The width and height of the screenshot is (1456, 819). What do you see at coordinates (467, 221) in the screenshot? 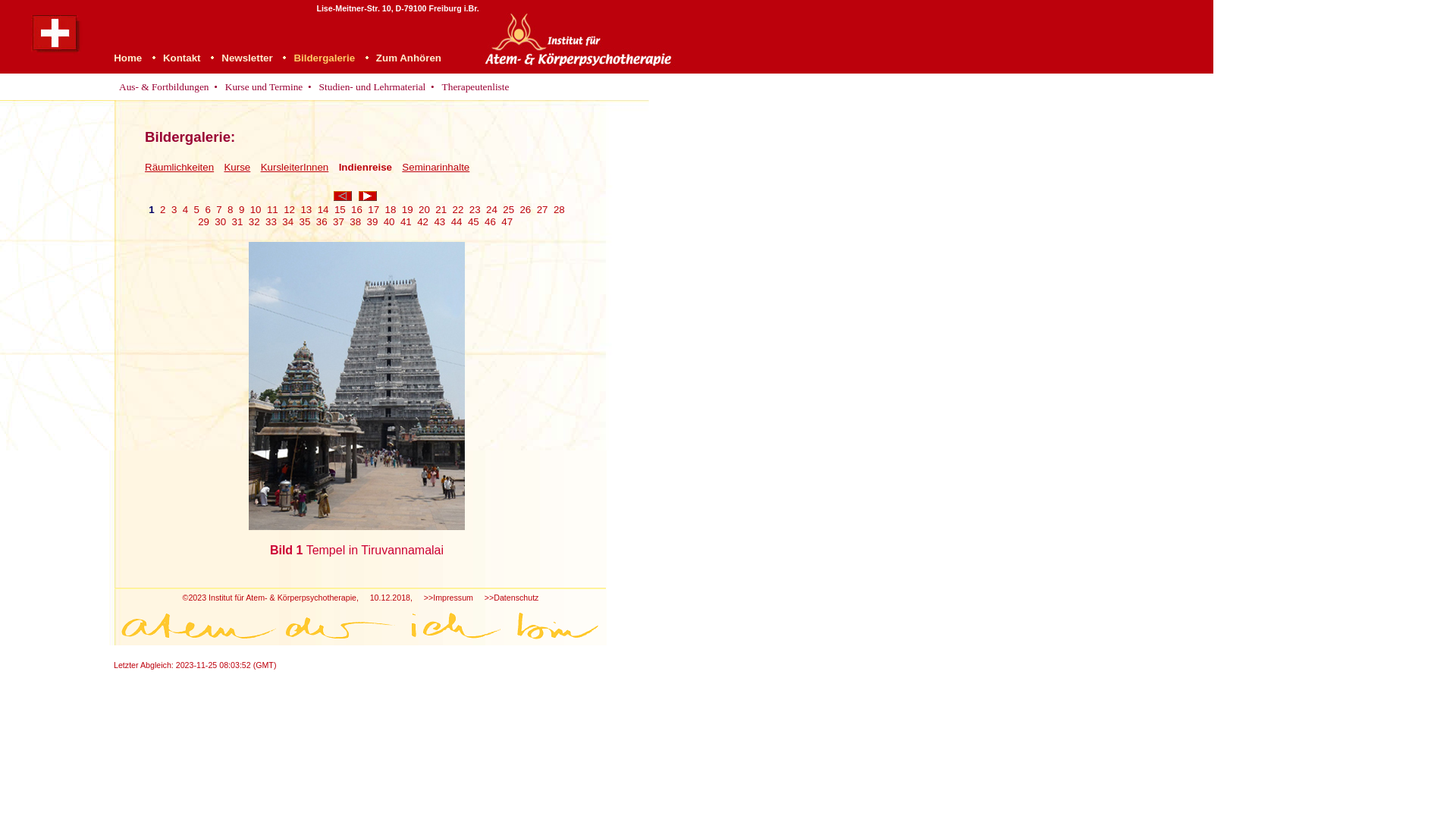
I see `'45'` at bounding box center [467, 221].